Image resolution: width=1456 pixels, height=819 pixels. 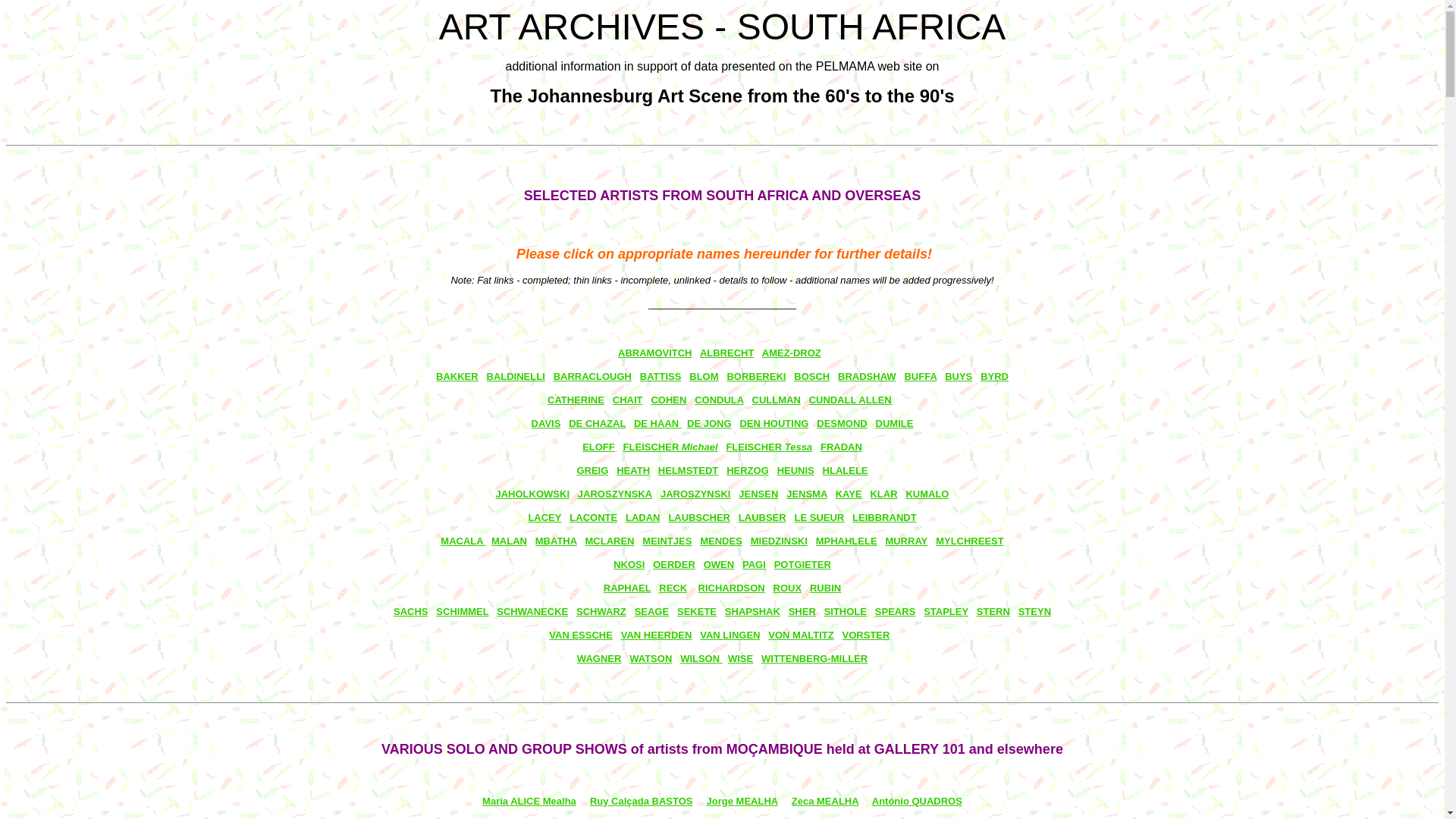 I want to click on 'STAPLEY', so click(x=945, y=610).